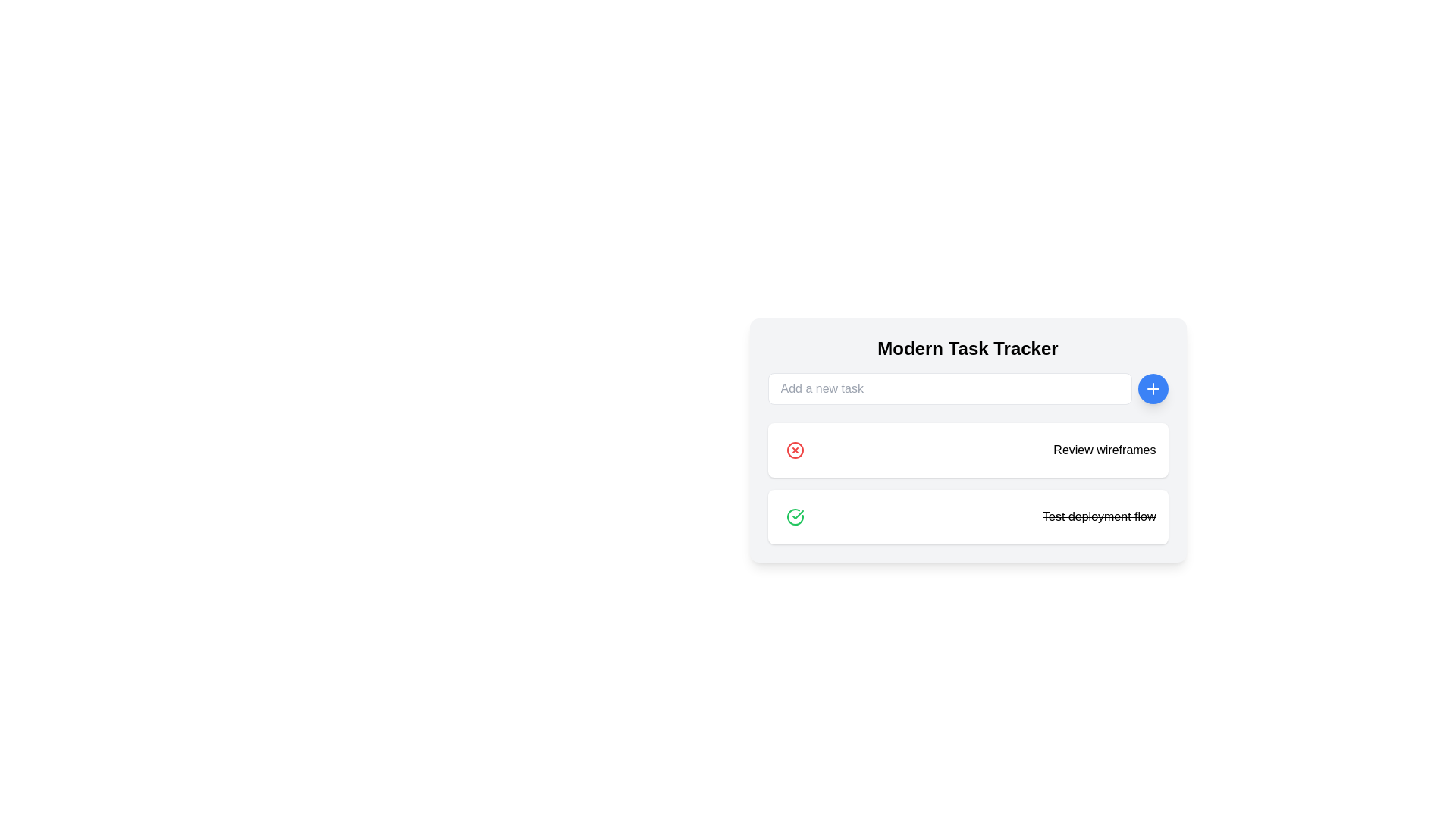 The image size is (1456, 819). Describe the element at coordinates (967, 348) in the screenshot. I see `title displayed at the top of the card-like structure, which serves as the heading for the section` at that location.